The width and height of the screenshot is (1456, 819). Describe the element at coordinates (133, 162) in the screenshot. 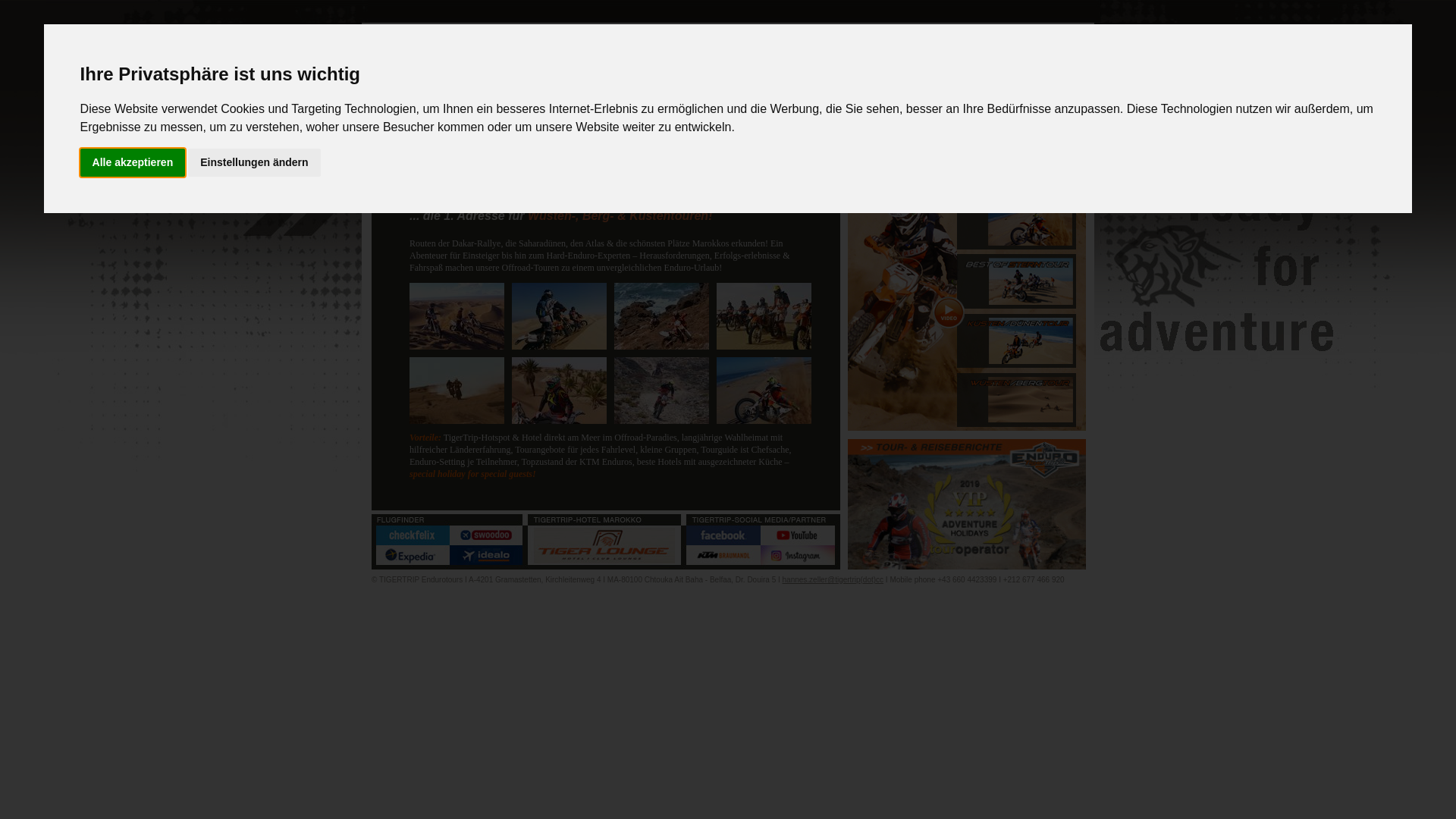

I see `'Alle akzeptieren'` at that location.